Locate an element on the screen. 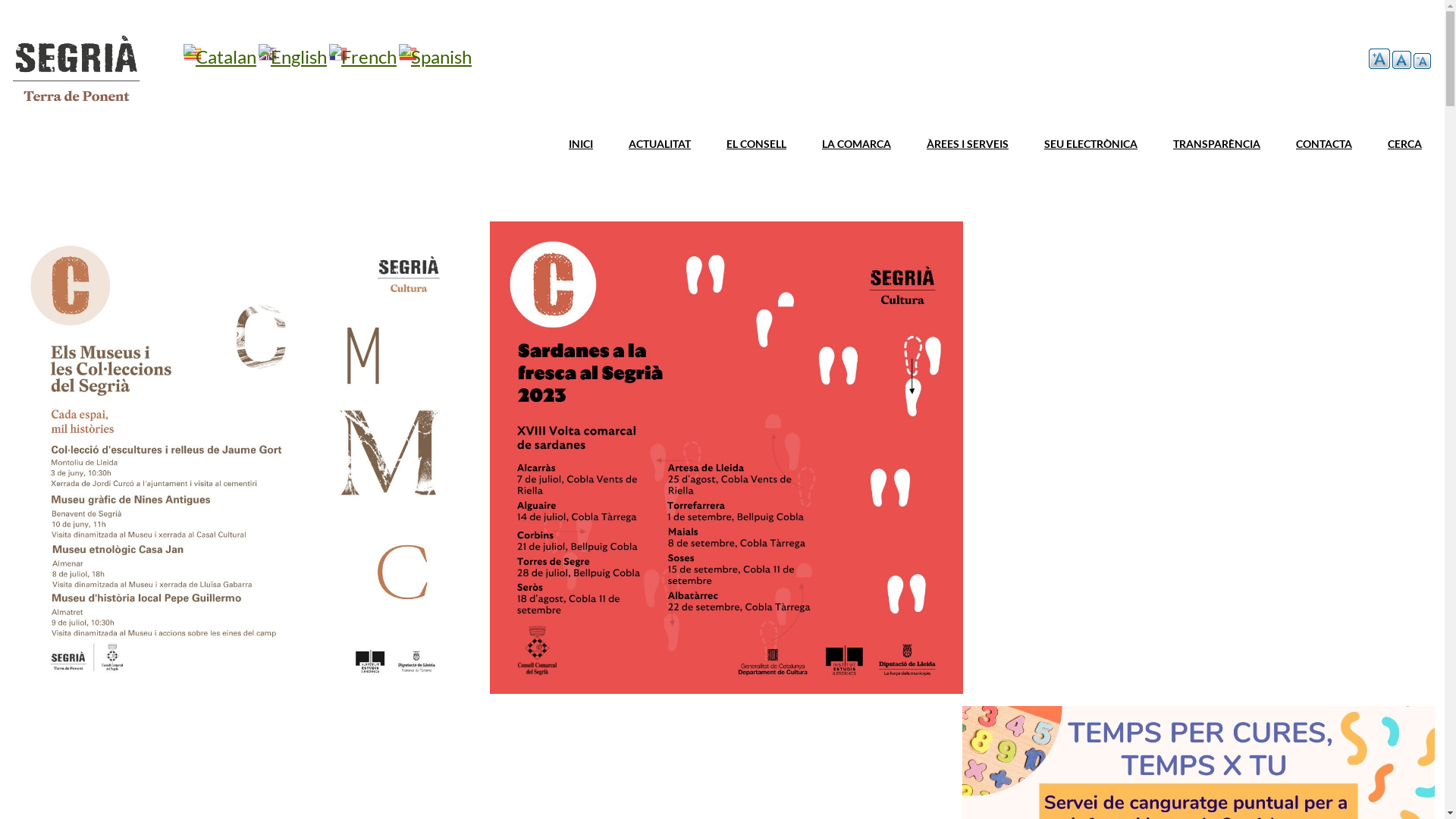 The image size is (1456, 819). 'INICI' is located at coordinates (580, 144).